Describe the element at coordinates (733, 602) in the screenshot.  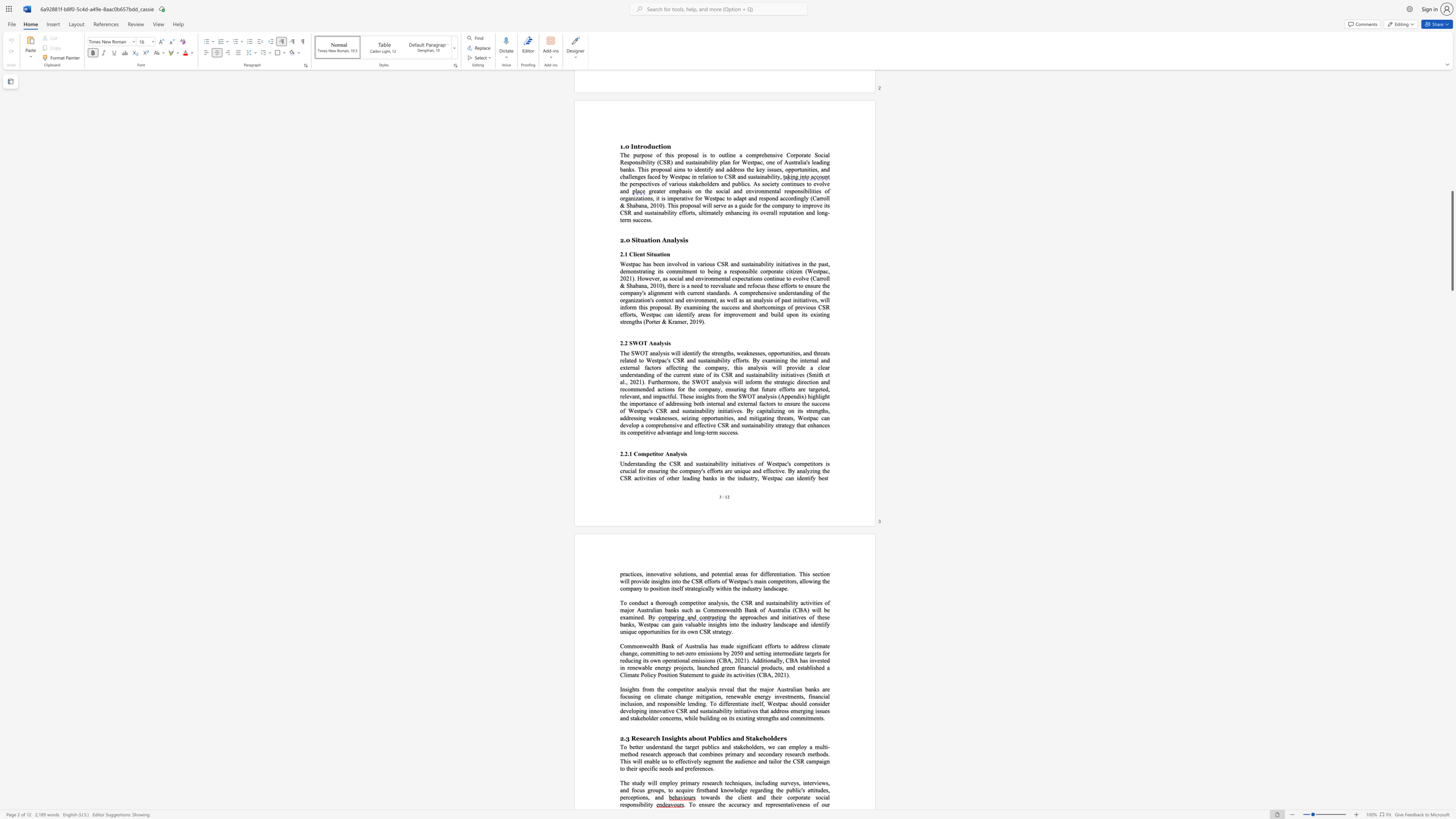
I see `the subset text "he CSR and sustainability activities of major Australian banks such as Commonwealth Bank of Australia (CBA) will" within the text "To conduct a thorough competitor analysis, the CSR and sustainability activities of major Australian banks such as Commonwealth Bank of Australia (CBA) will be examined. By"` at that location.